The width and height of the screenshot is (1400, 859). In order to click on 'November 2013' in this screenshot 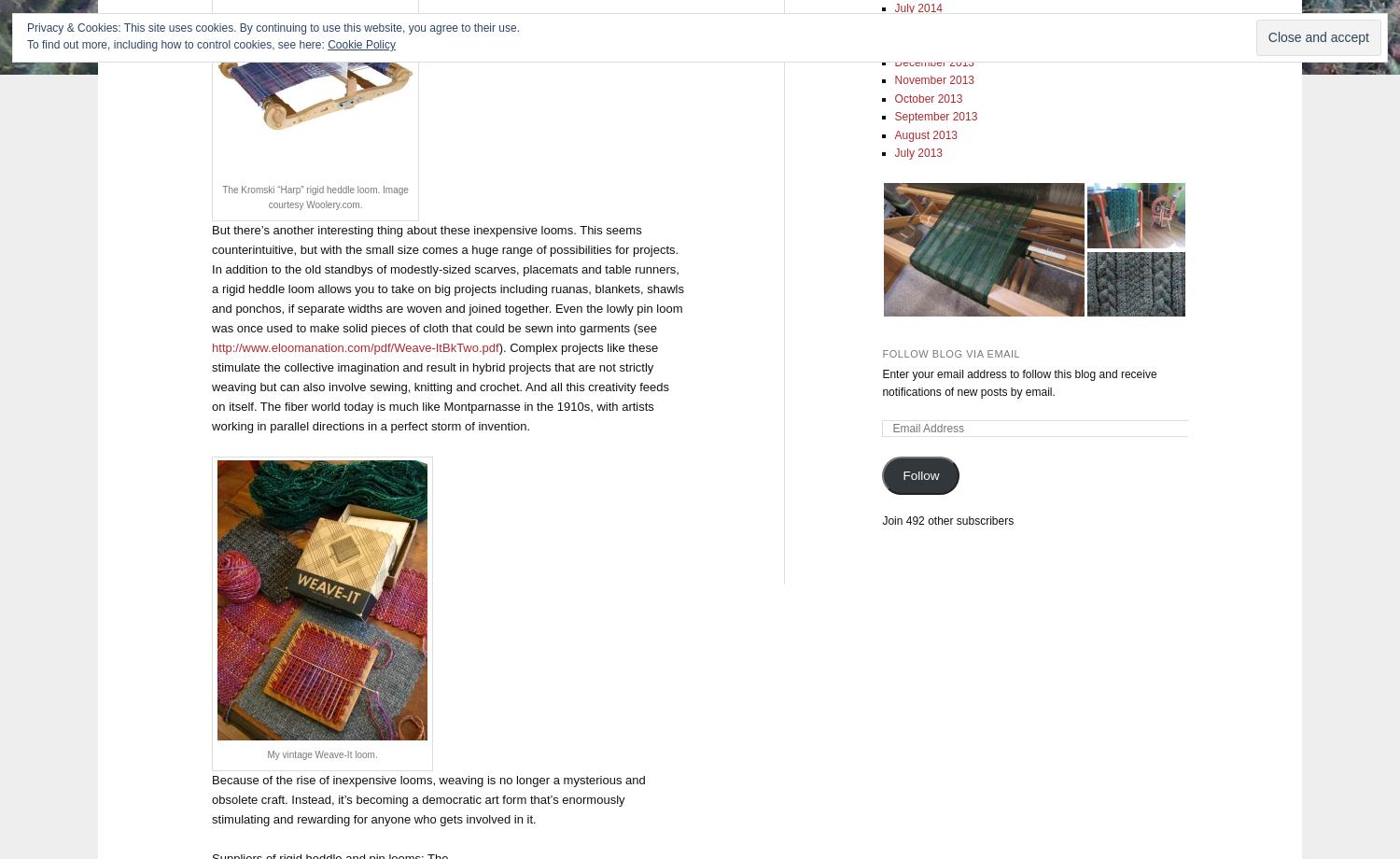, I will do `click(933, 80)`.